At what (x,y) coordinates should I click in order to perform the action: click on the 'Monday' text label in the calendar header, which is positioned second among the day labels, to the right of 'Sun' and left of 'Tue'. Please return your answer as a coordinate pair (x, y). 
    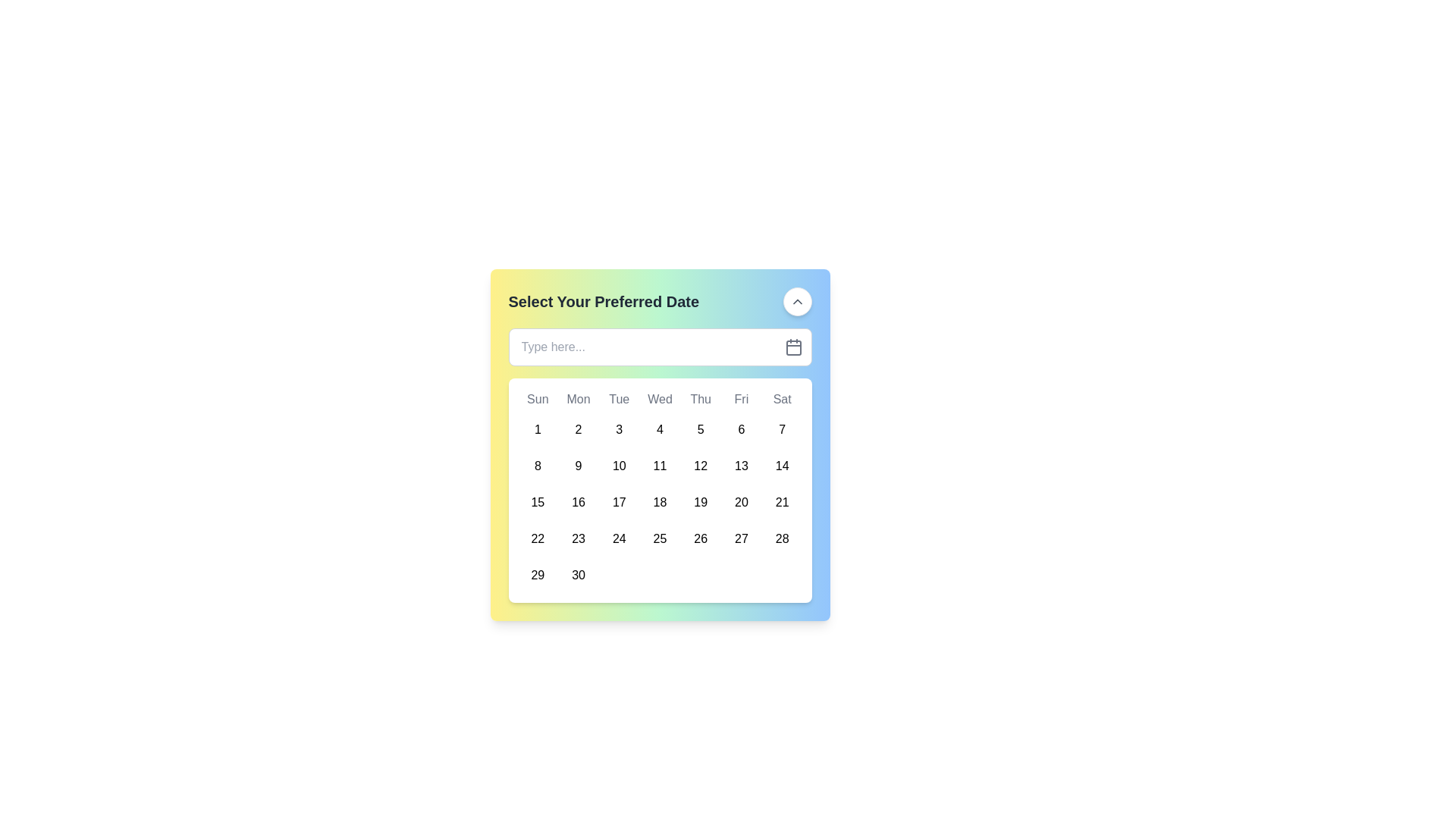
    Looking at the image, I should click on (578, 399).